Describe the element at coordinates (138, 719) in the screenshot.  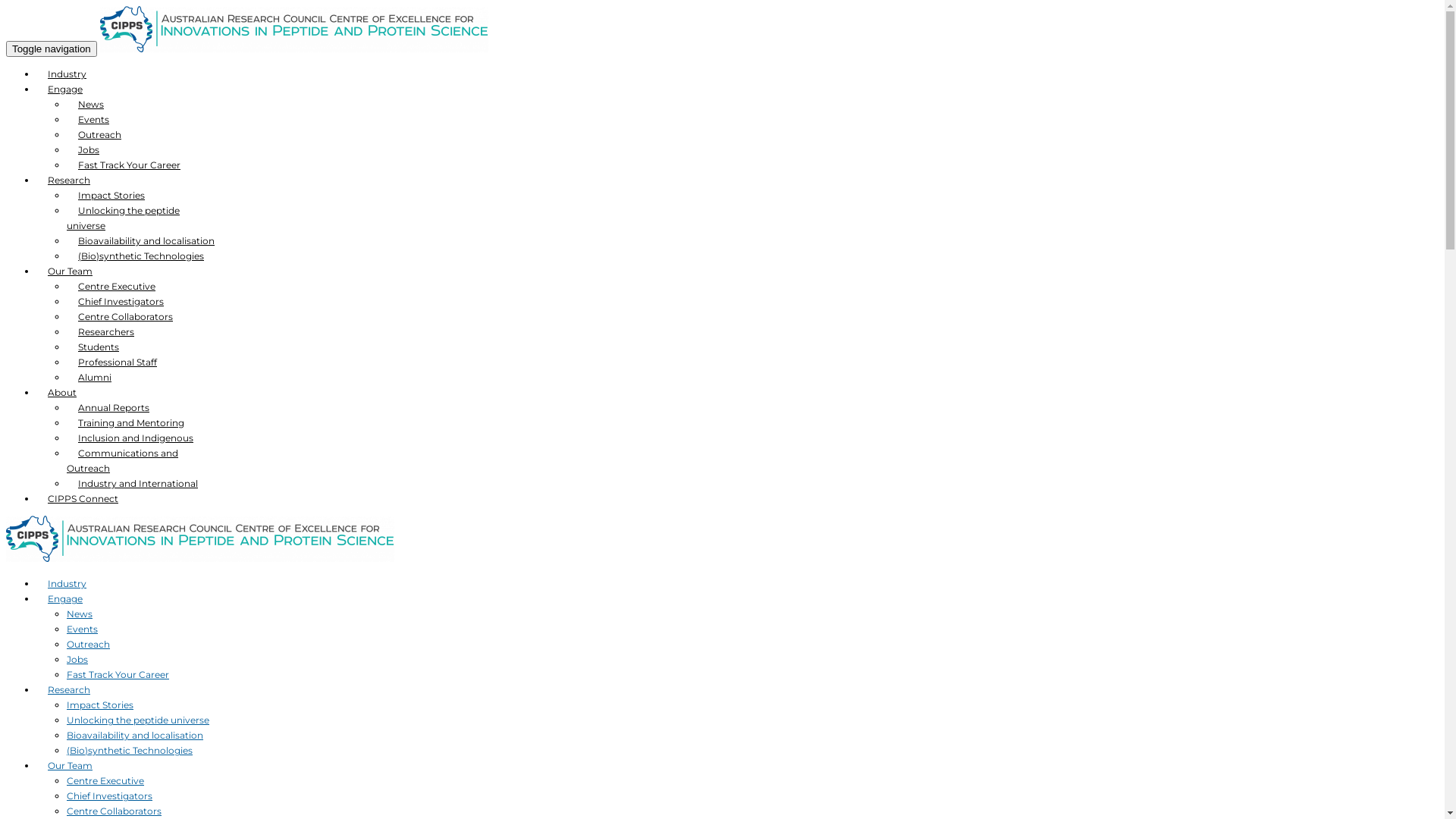
I see `'Unlocking the peptide universe'` at that location.